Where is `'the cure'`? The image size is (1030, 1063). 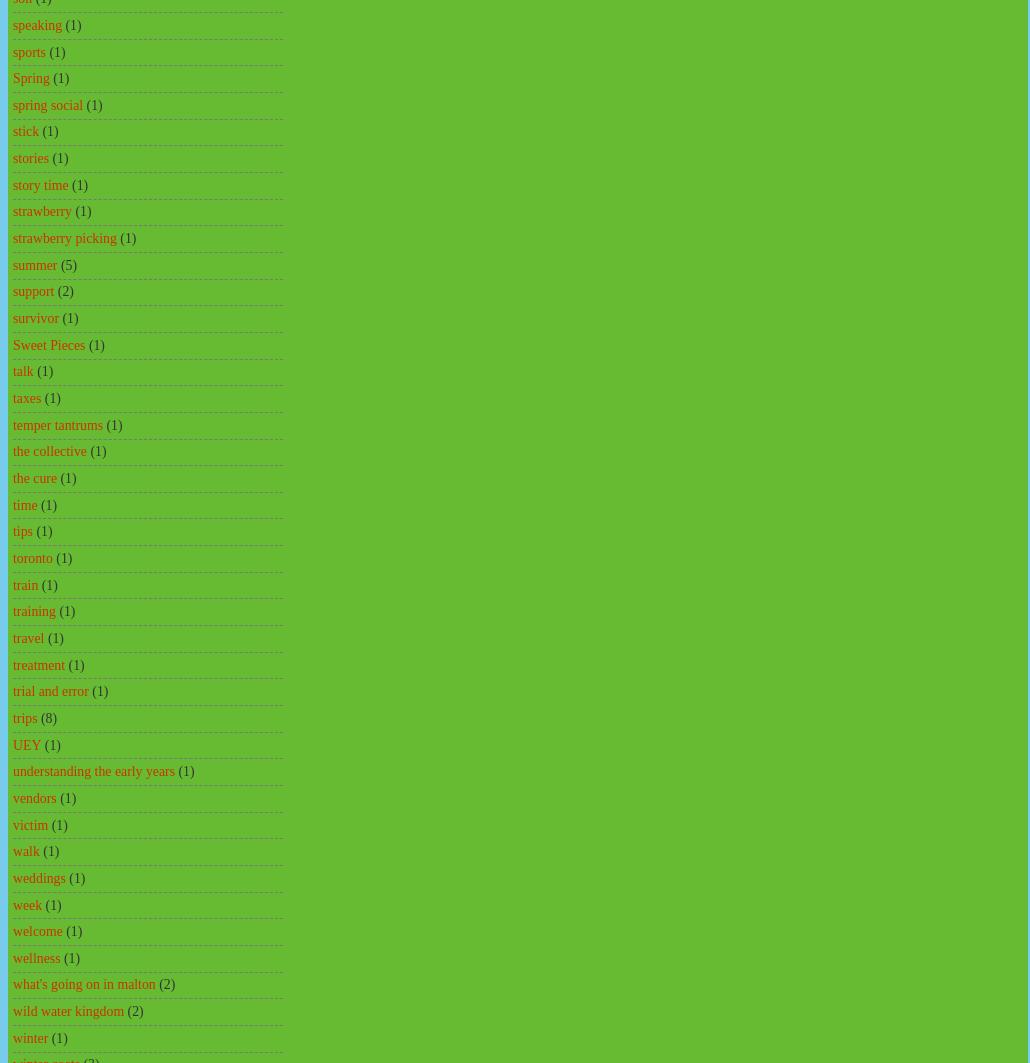 'the cure' is located at coordinates (35, 478).